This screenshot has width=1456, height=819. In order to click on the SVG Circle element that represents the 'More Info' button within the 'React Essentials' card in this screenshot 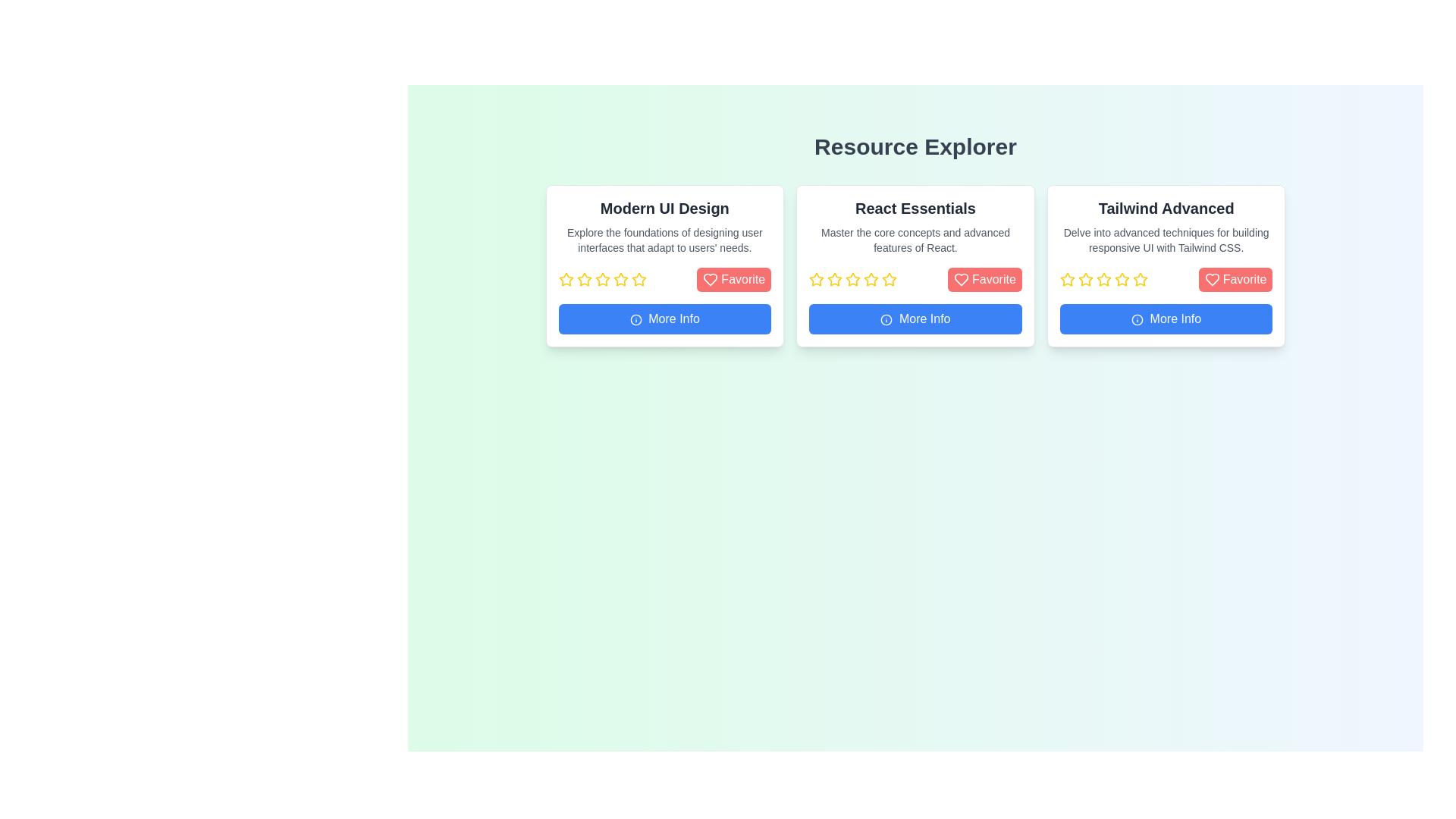, I will do `click(886, 318)`.